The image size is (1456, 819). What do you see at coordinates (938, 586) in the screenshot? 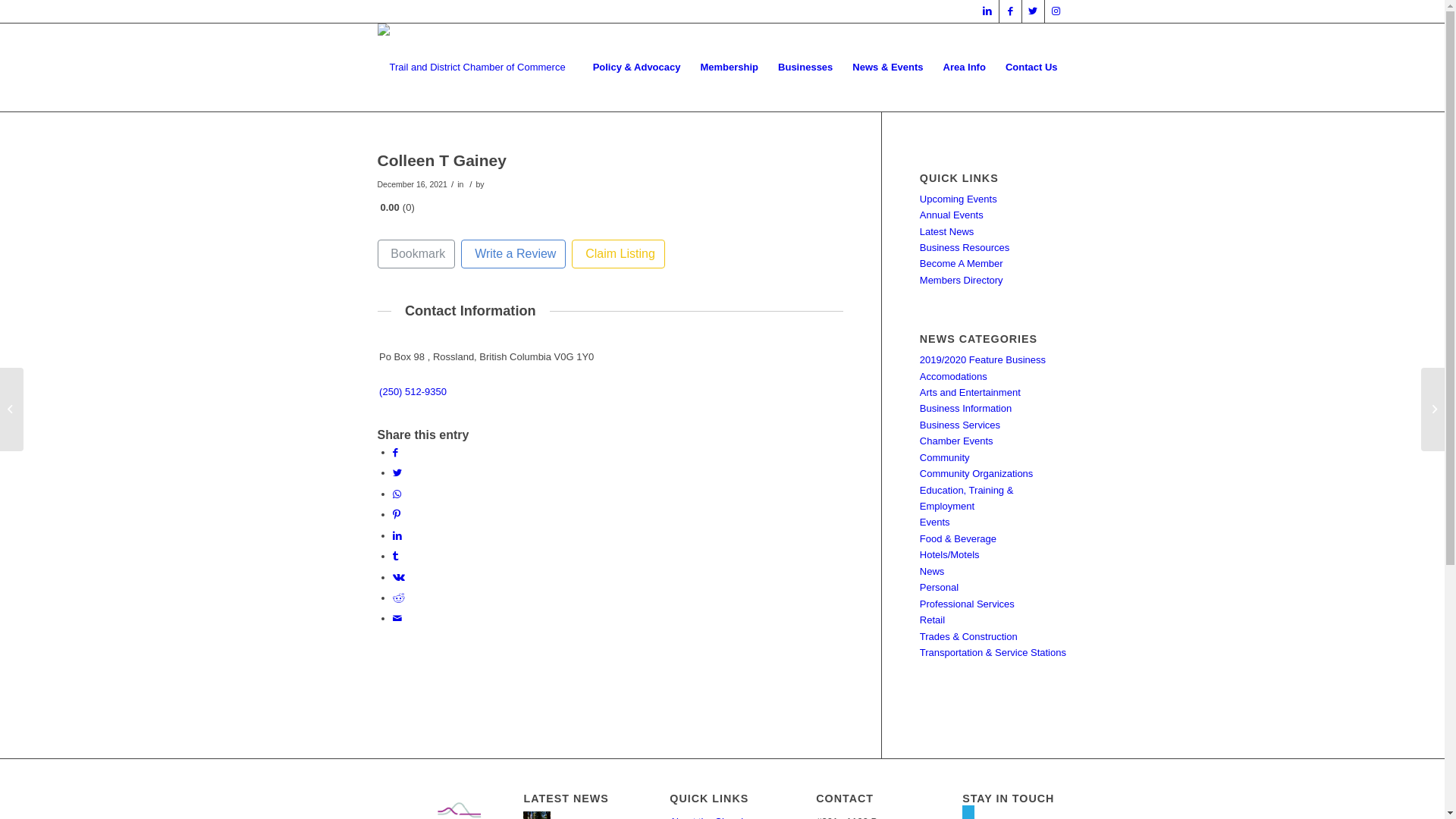
I see `'Personal'` at bounding box center [938, 586].